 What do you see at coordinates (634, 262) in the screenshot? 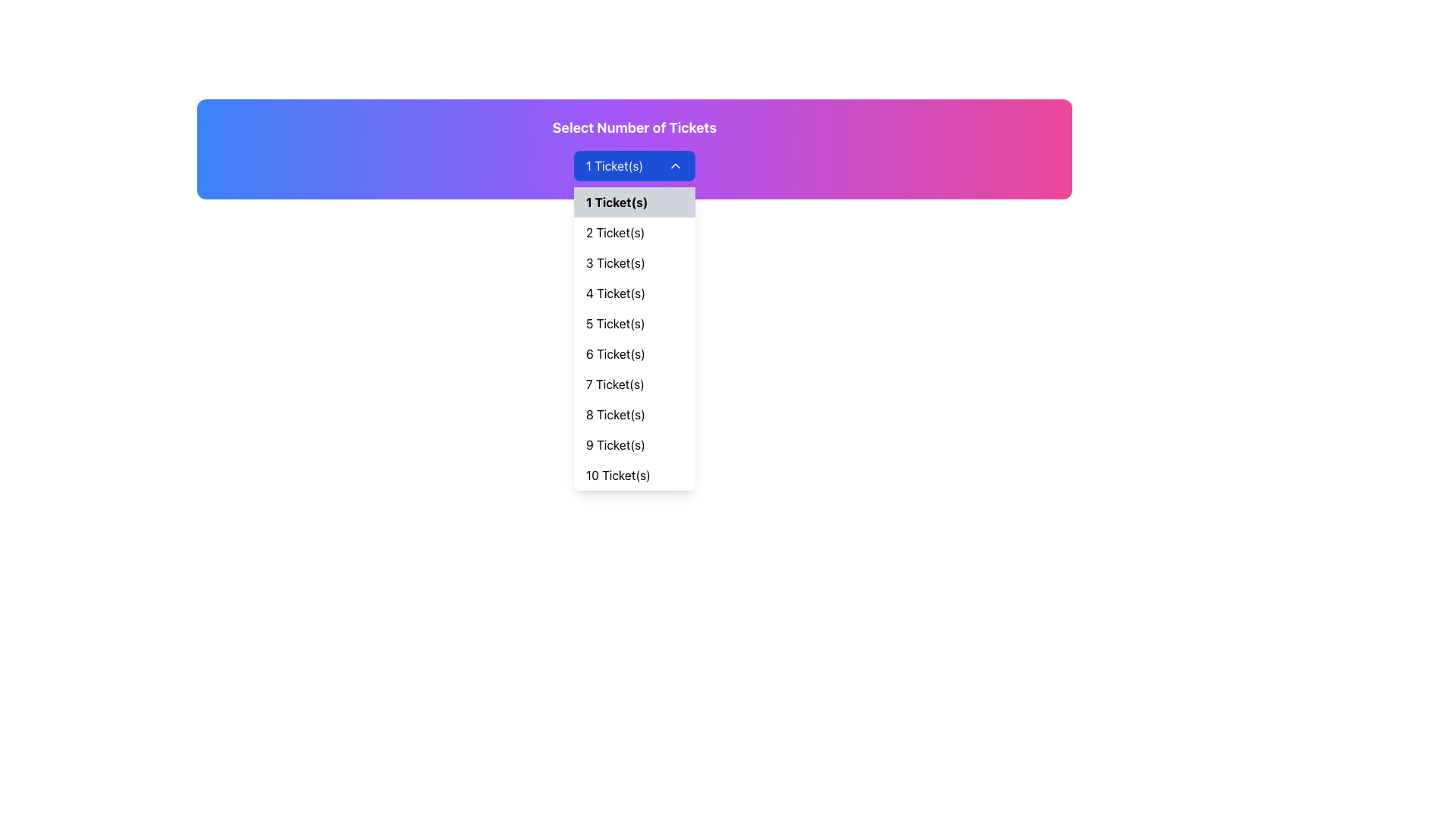
I see `the third item in the dropdown list for purchasing three tickets, which is positioned below '2 Ticket(s)' and above '4 Ticket(s)'` at bounding box center [634, 262].